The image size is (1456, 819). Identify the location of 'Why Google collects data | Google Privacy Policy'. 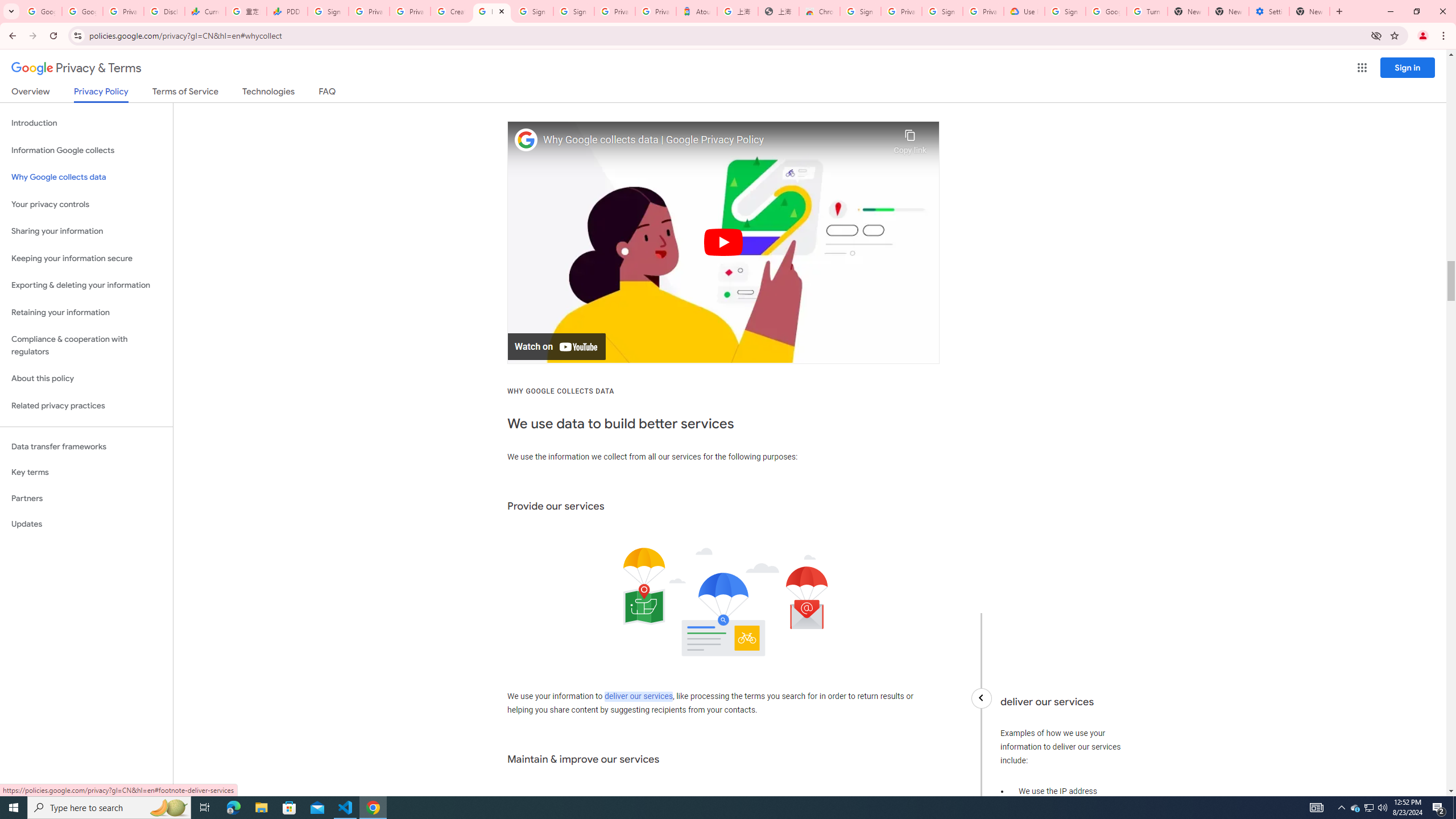
(715, 139).